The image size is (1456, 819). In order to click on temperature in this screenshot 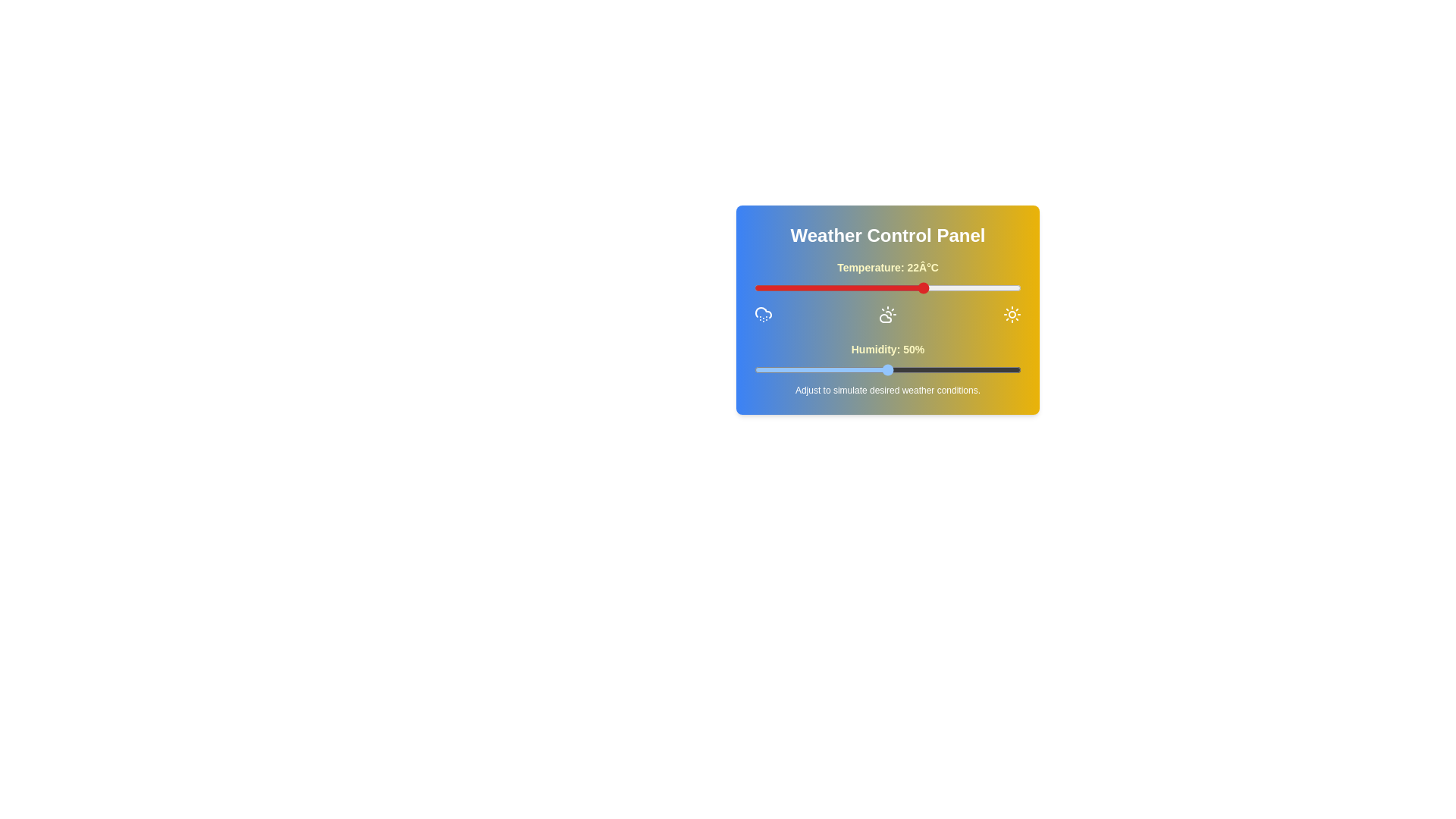, I will do `click(882, 288)`.